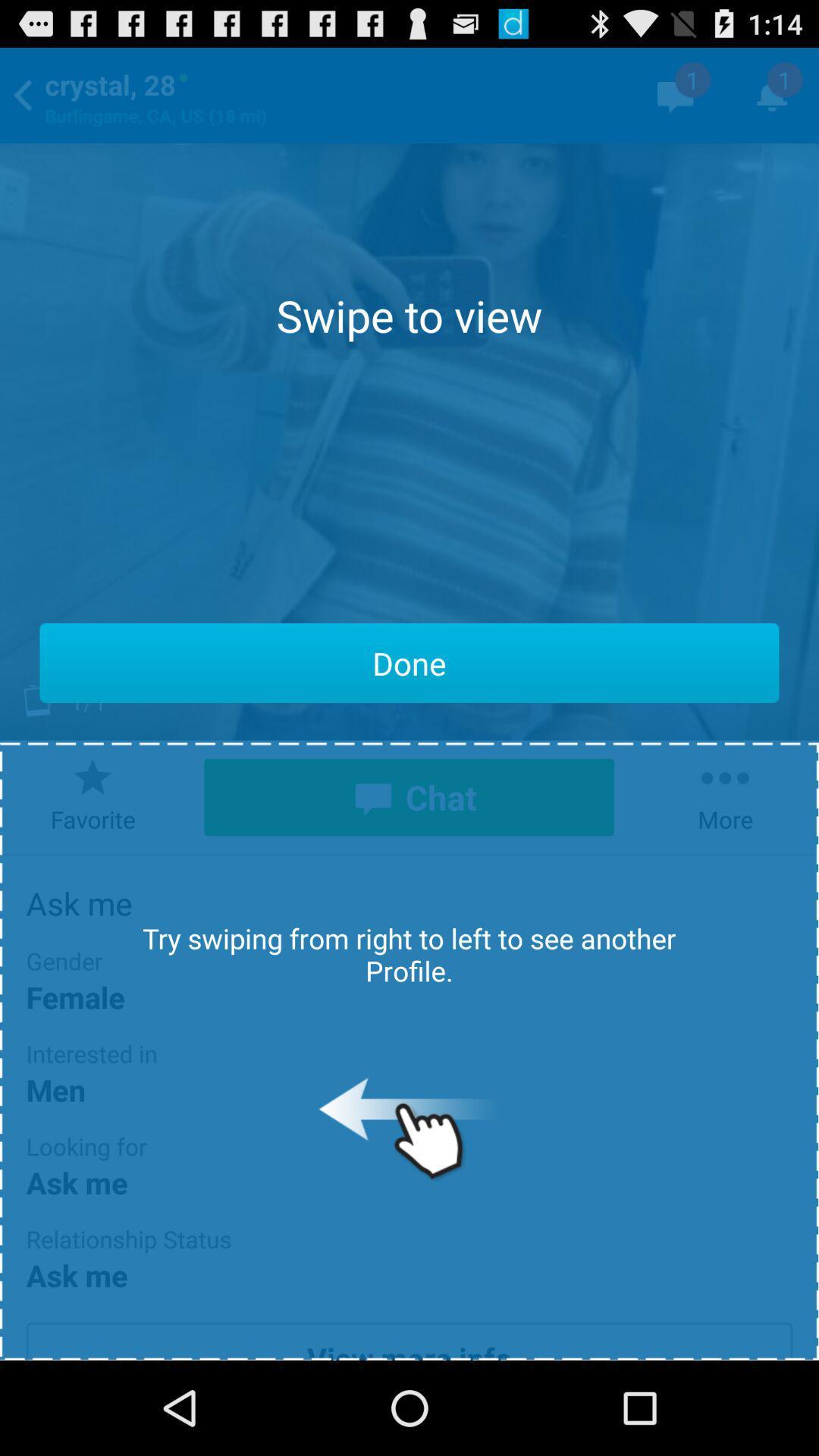 This screenshot has height=1456, width=819. I want to click on the app below the swipe to view item, so click(409, 663).